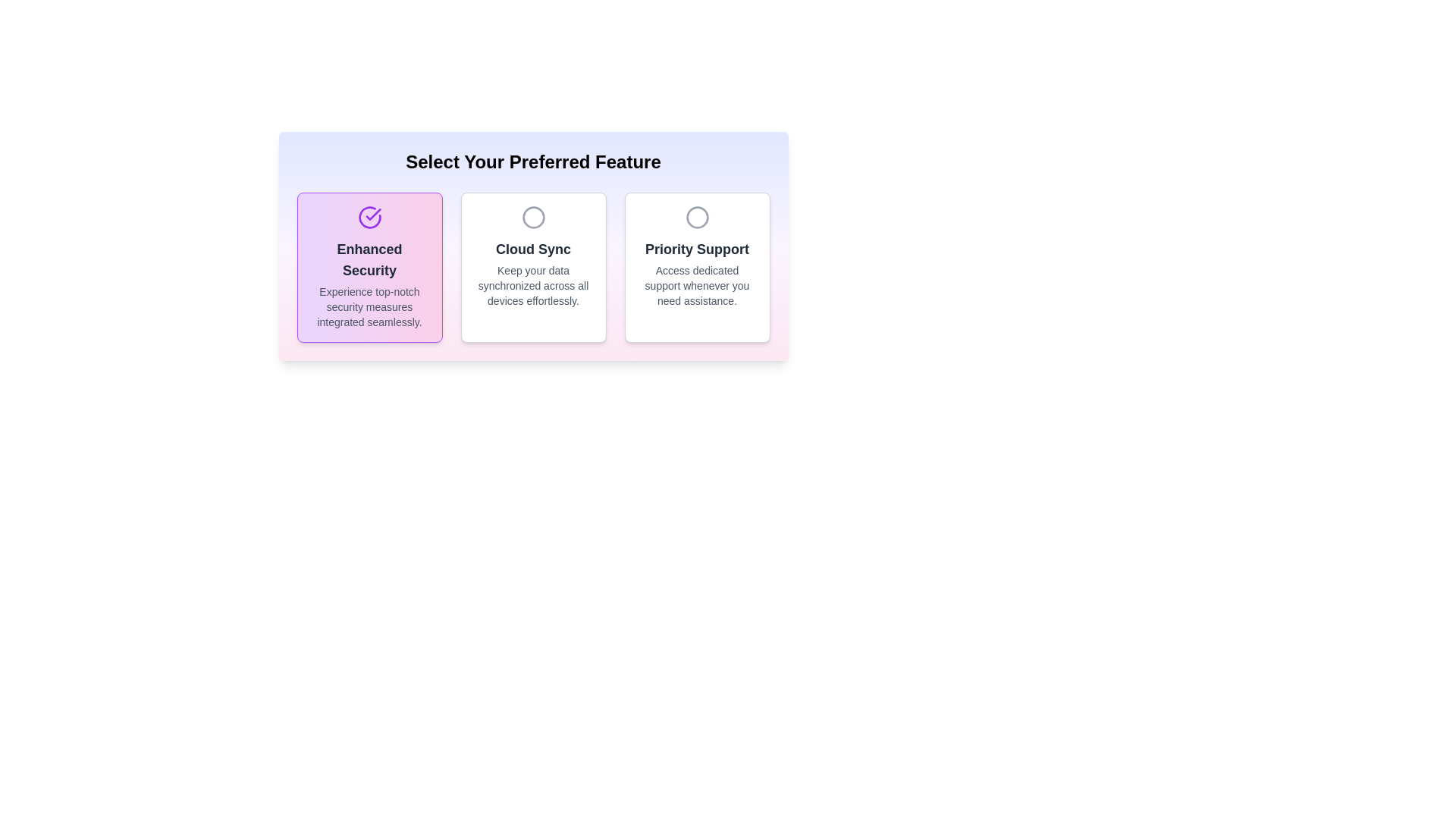 The width and height of the screenshot is (1456, 819). What do you see at coordinates (533, 217) in the screenshot?
I see `the SVG circle element located at the top-middle of the 'Cloud Sync' card, which has a visible outline and no fill` at bounding box center [533, 217].